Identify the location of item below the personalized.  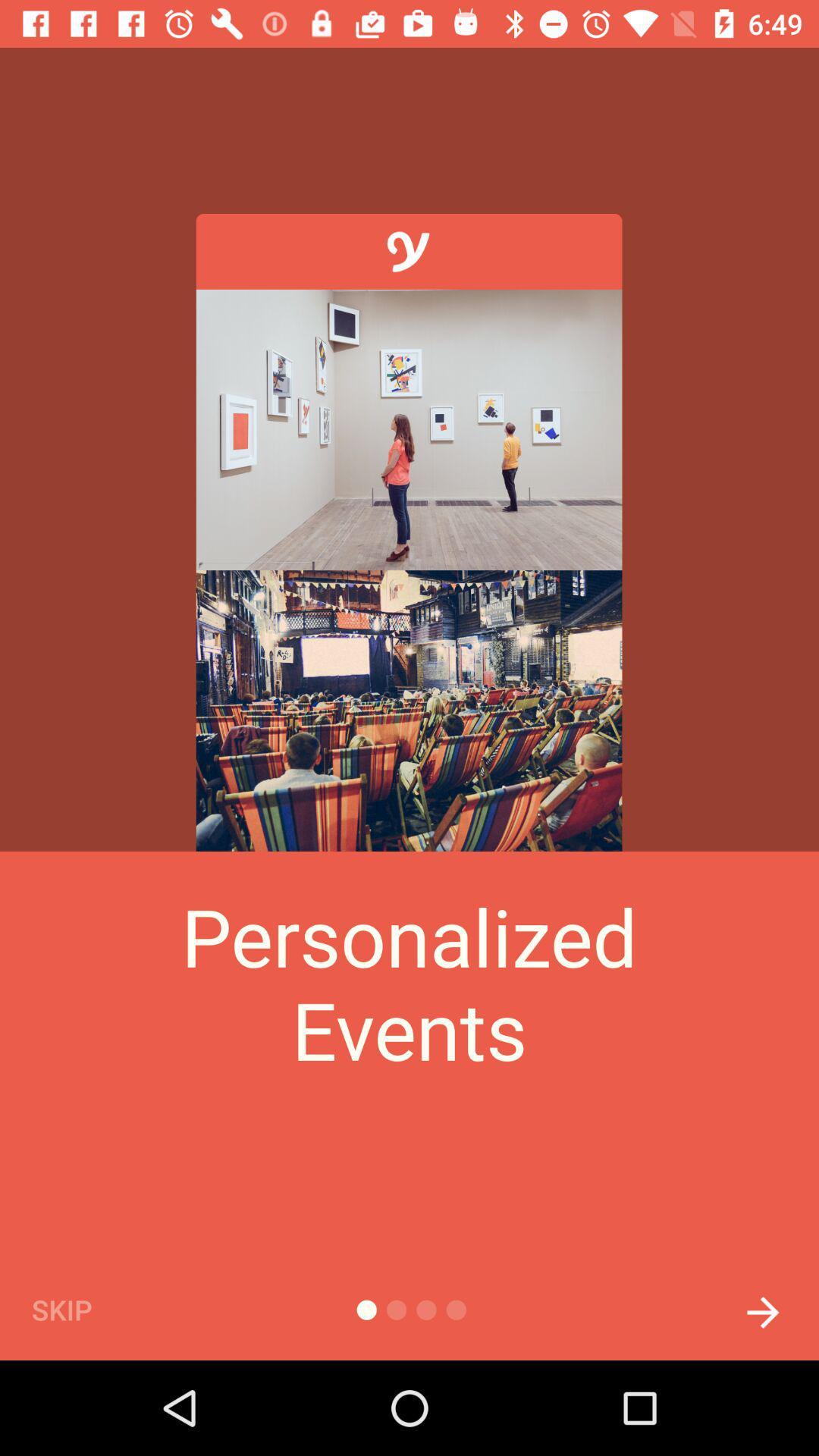
(763, 1307).